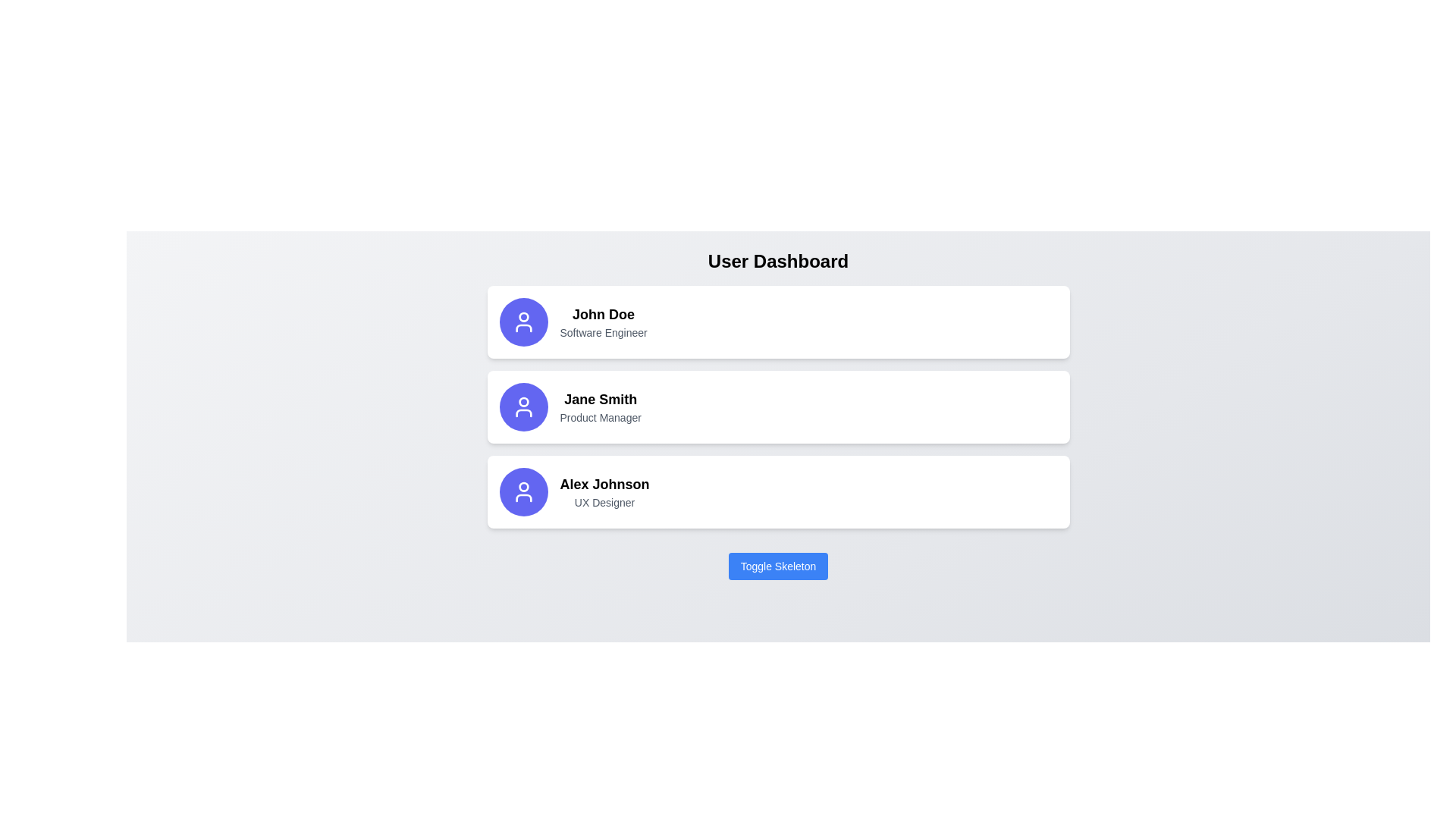  What do you see at coordinates (604, 491) in the screenshot?
I see `text block displaying the user's name 'Alex Johnson' and role 'UX Designer', located within the third user card in a vertical list on the right side` at bounding box center [604, 491].